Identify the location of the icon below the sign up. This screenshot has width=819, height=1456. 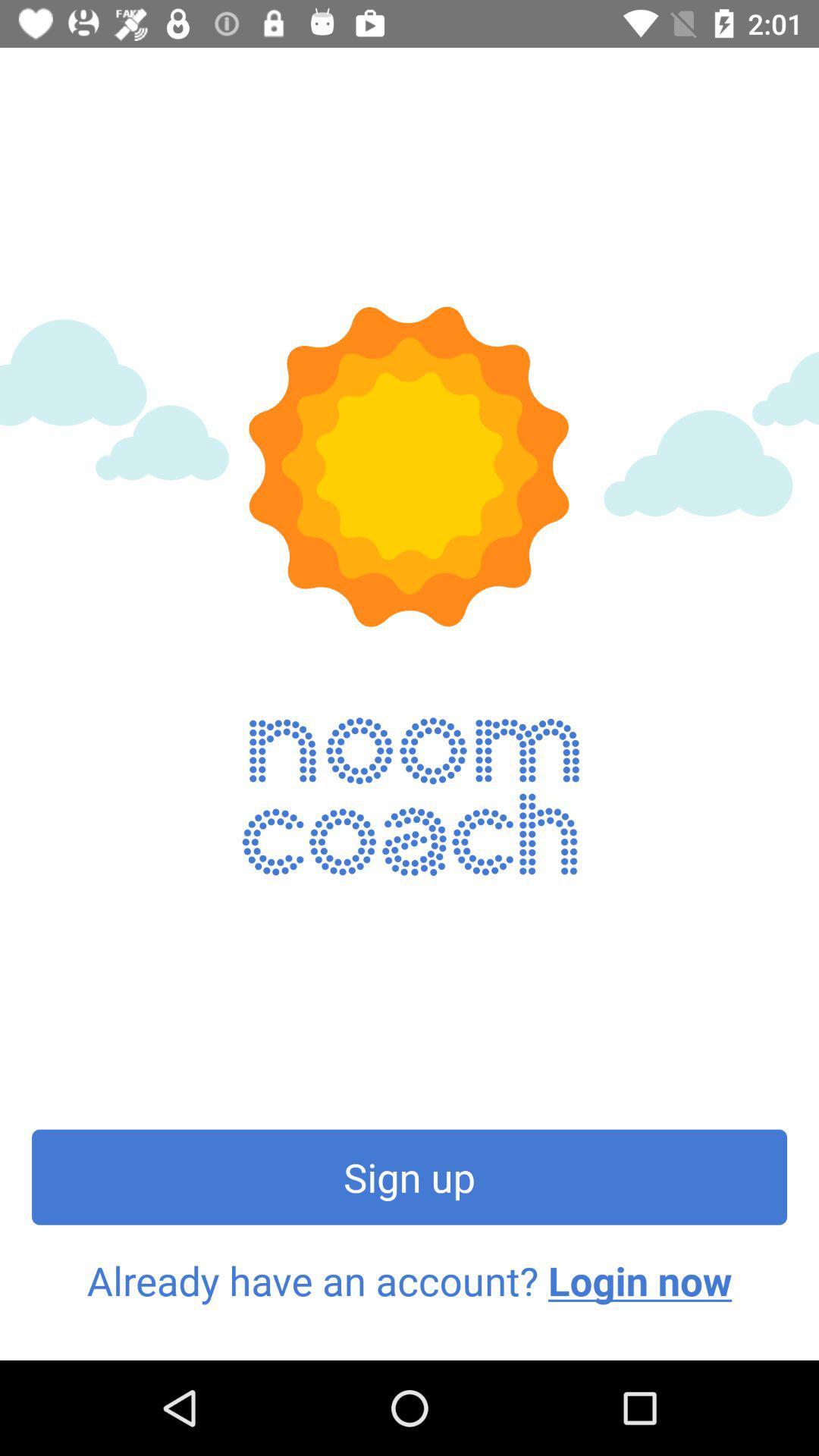
(409, 1280).